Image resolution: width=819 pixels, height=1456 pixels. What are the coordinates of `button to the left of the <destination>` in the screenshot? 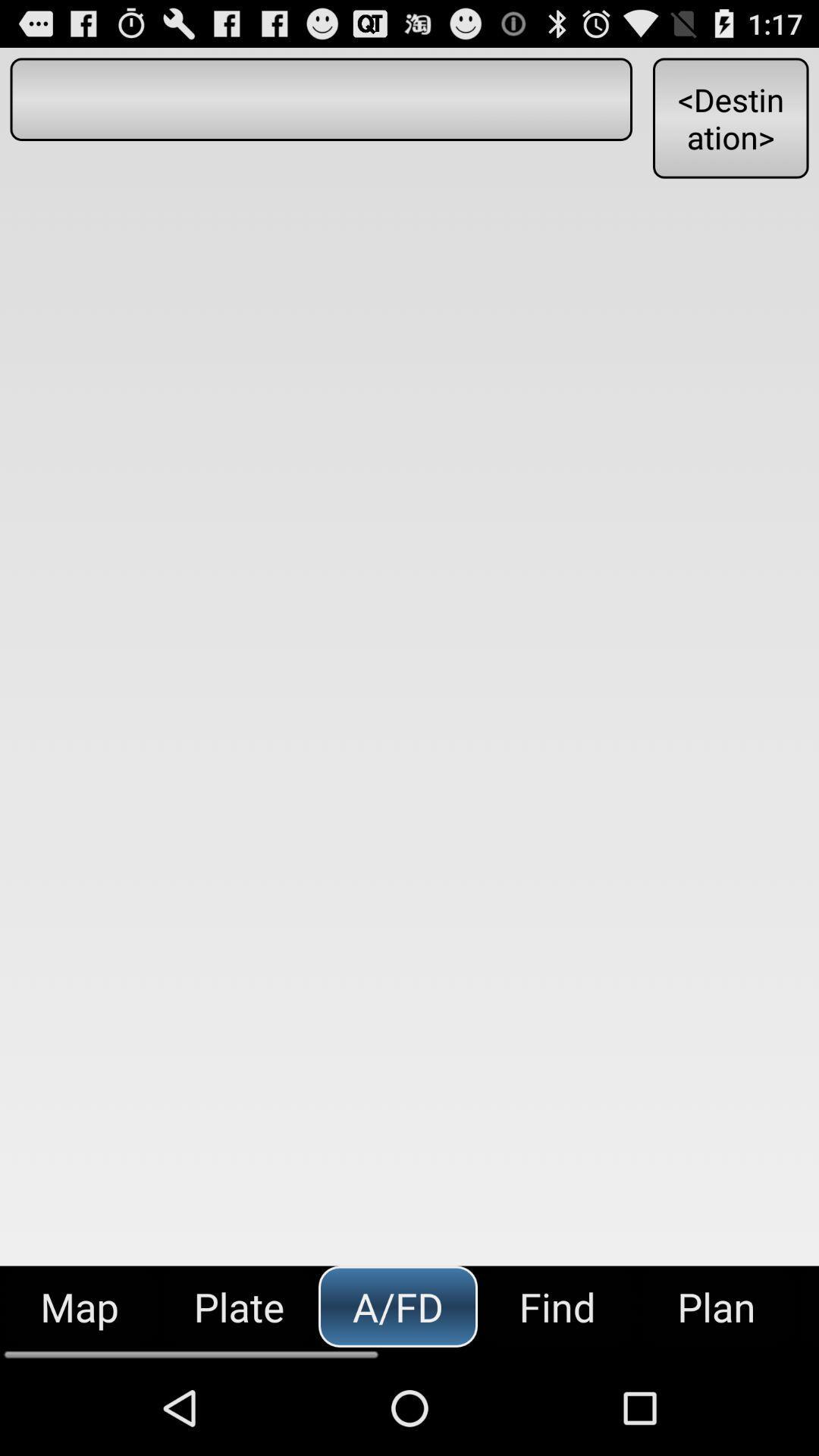 It's located at (320, 99).